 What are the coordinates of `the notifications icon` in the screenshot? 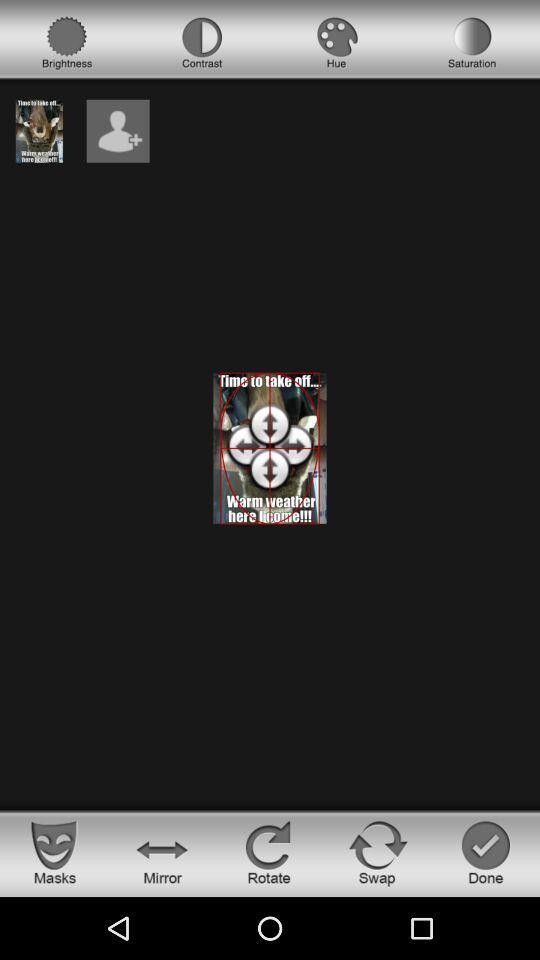 It's located at (472, 42).